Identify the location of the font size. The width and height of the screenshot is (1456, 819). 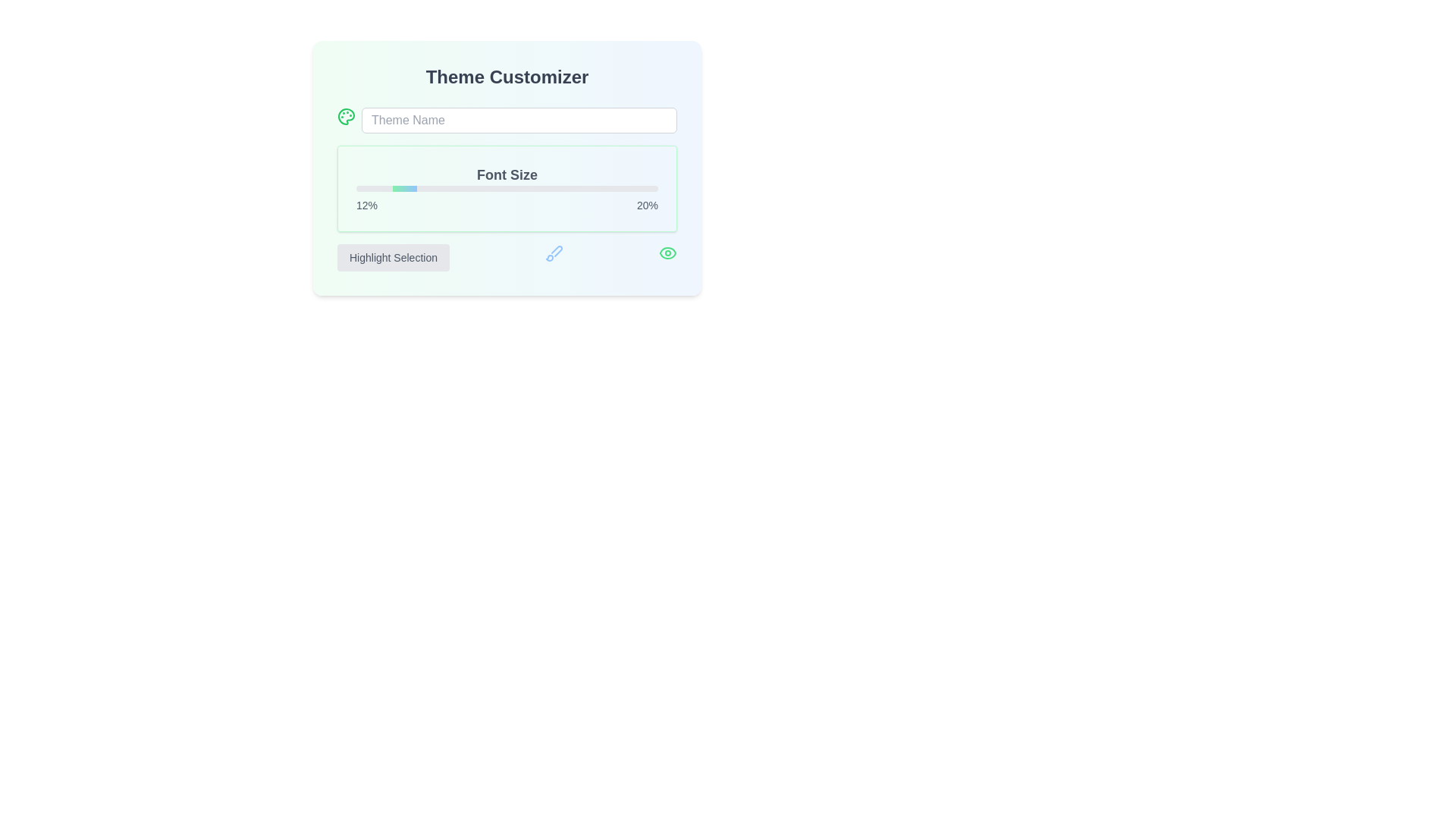
(449, 188).